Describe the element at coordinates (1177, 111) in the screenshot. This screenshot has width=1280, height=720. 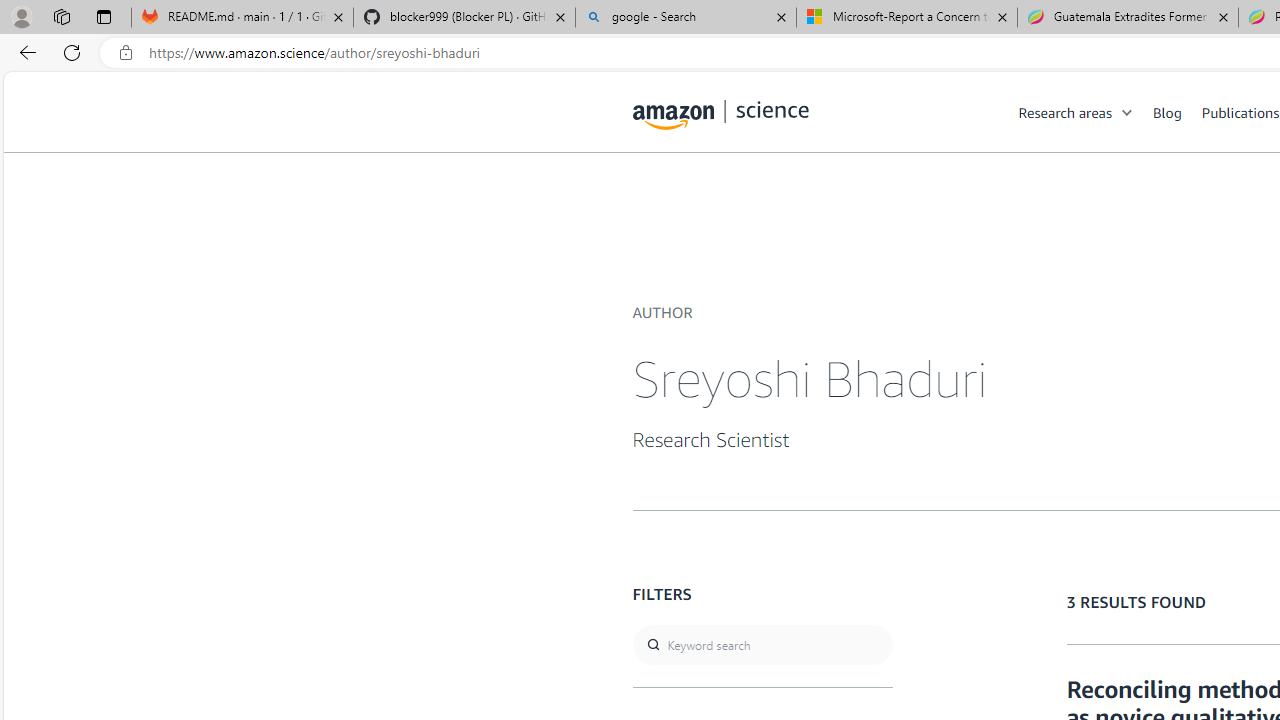
I see `'Blog'` at that location.